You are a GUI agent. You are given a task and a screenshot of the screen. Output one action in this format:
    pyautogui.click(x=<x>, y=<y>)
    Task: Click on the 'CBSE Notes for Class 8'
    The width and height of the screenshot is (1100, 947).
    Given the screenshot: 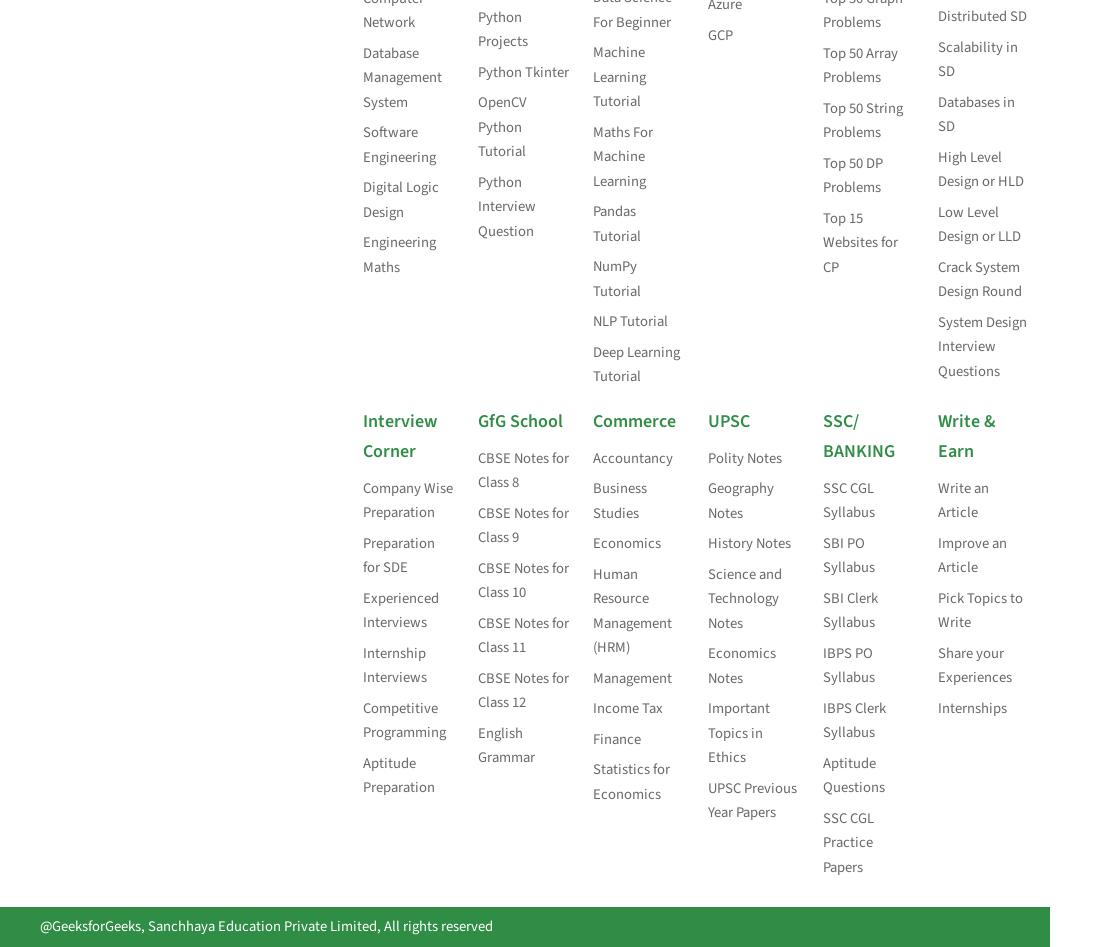 What is the action you would take?
    pyautogui.click(x=523, y=469)
    